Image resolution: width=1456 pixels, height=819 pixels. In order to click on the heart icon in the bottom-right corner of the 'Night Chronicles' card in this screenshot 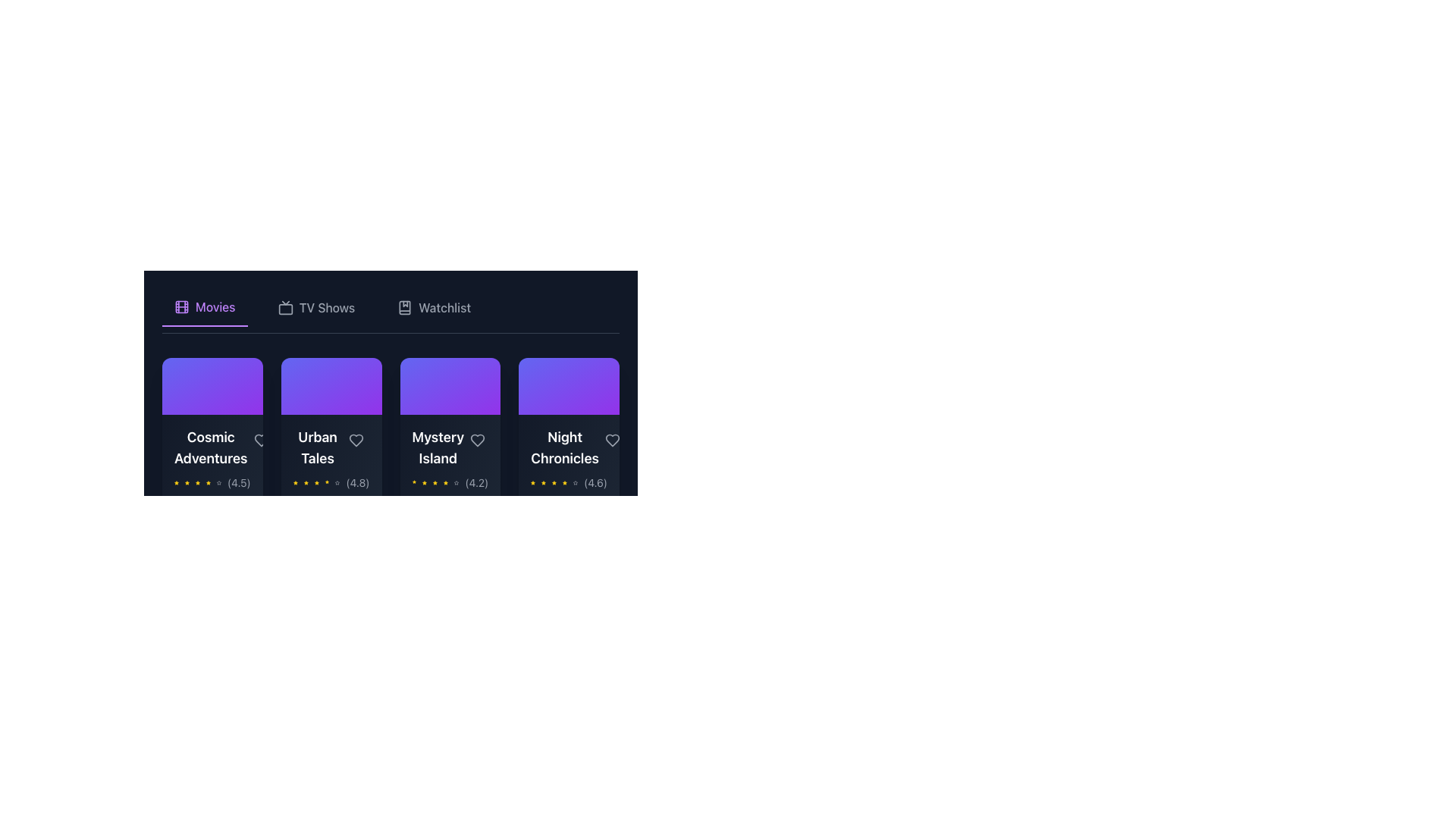, I will do `click(612, 440)`.